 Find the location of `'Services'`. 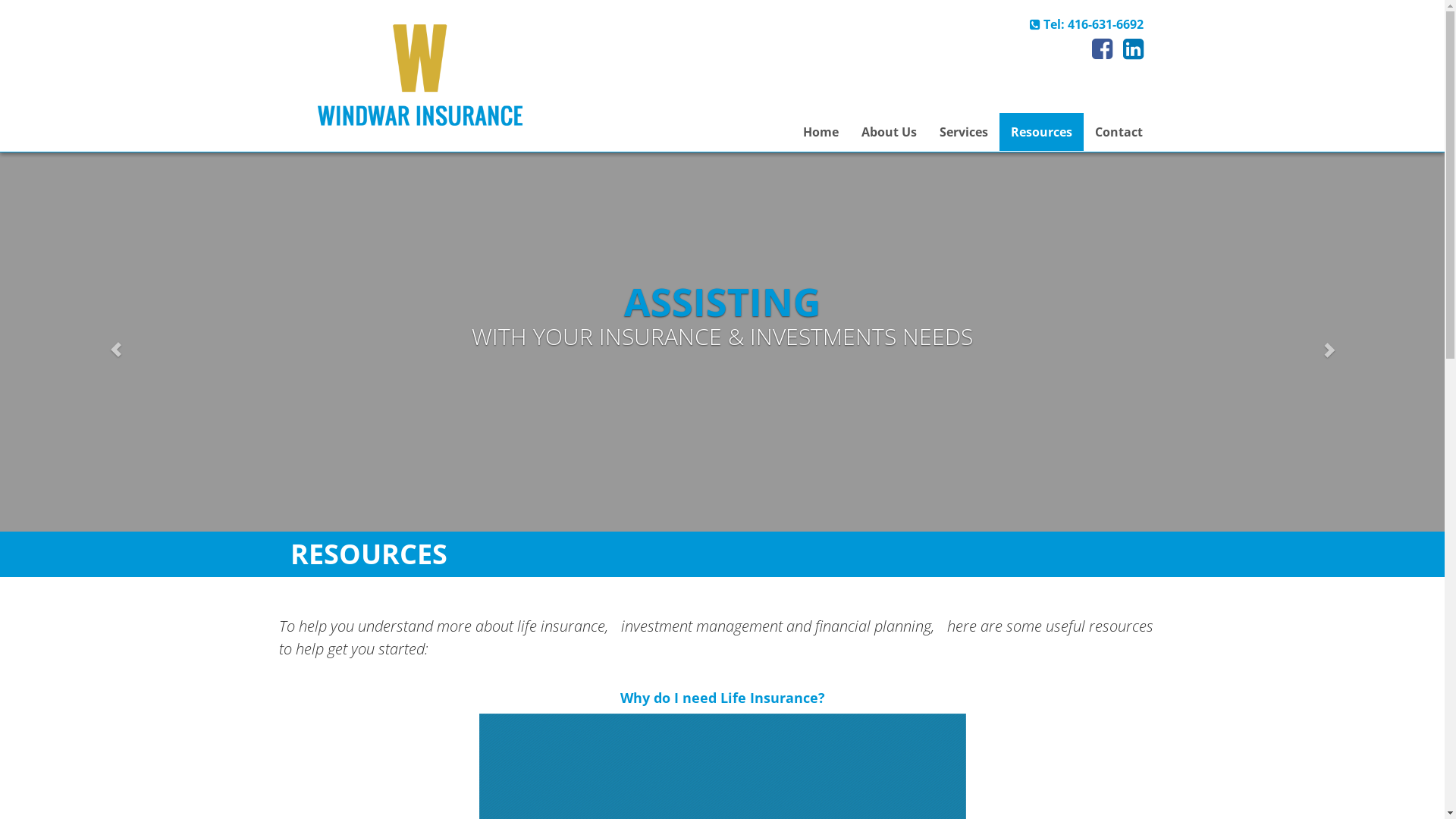

'Services' is located at coordinates (962, 130).